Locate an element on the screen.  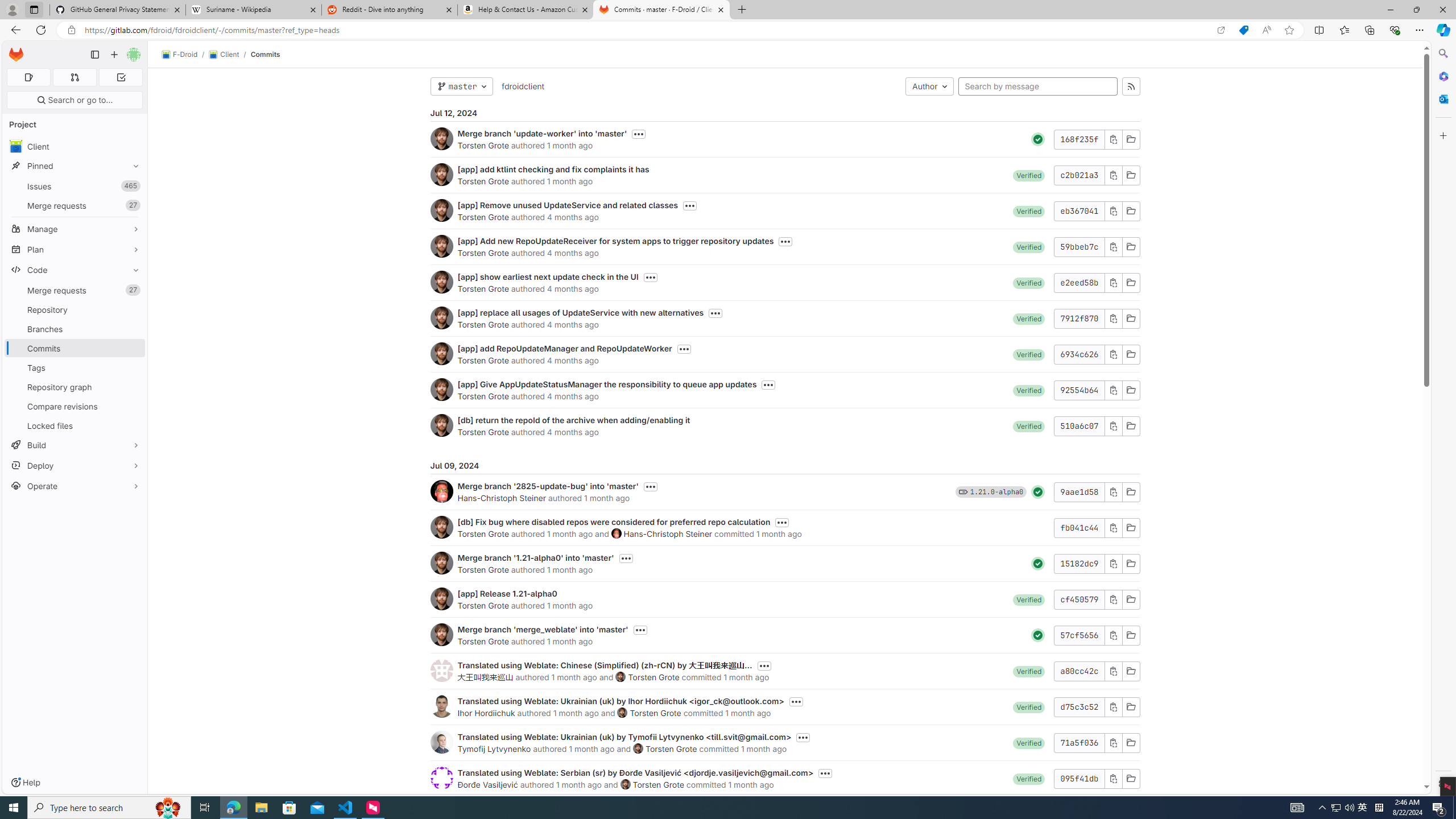
'Merge branch ' is located at coordinates (542, 628).